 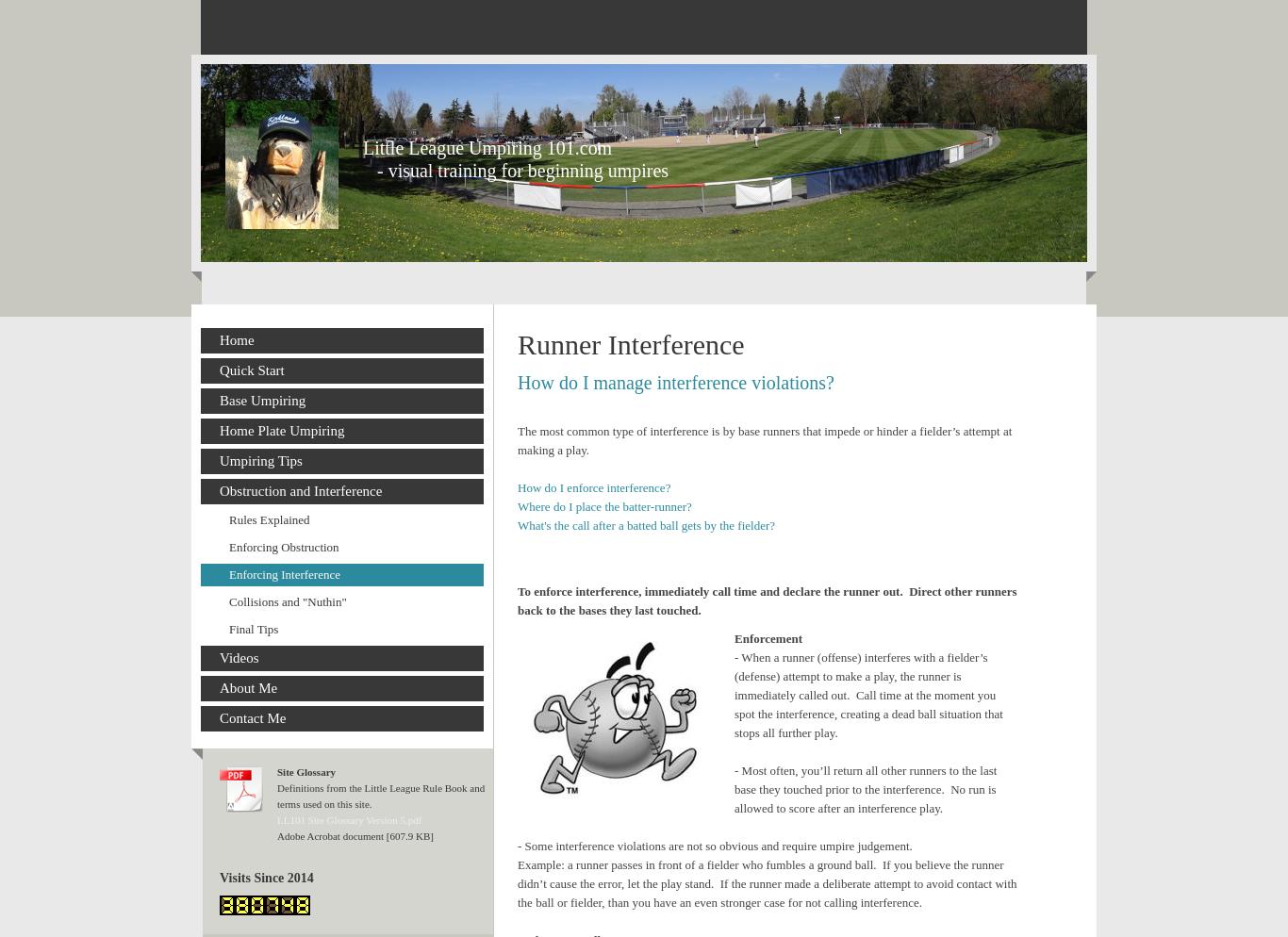 I want to click on 'Enforcing Interference', so click(x=229, y=573).